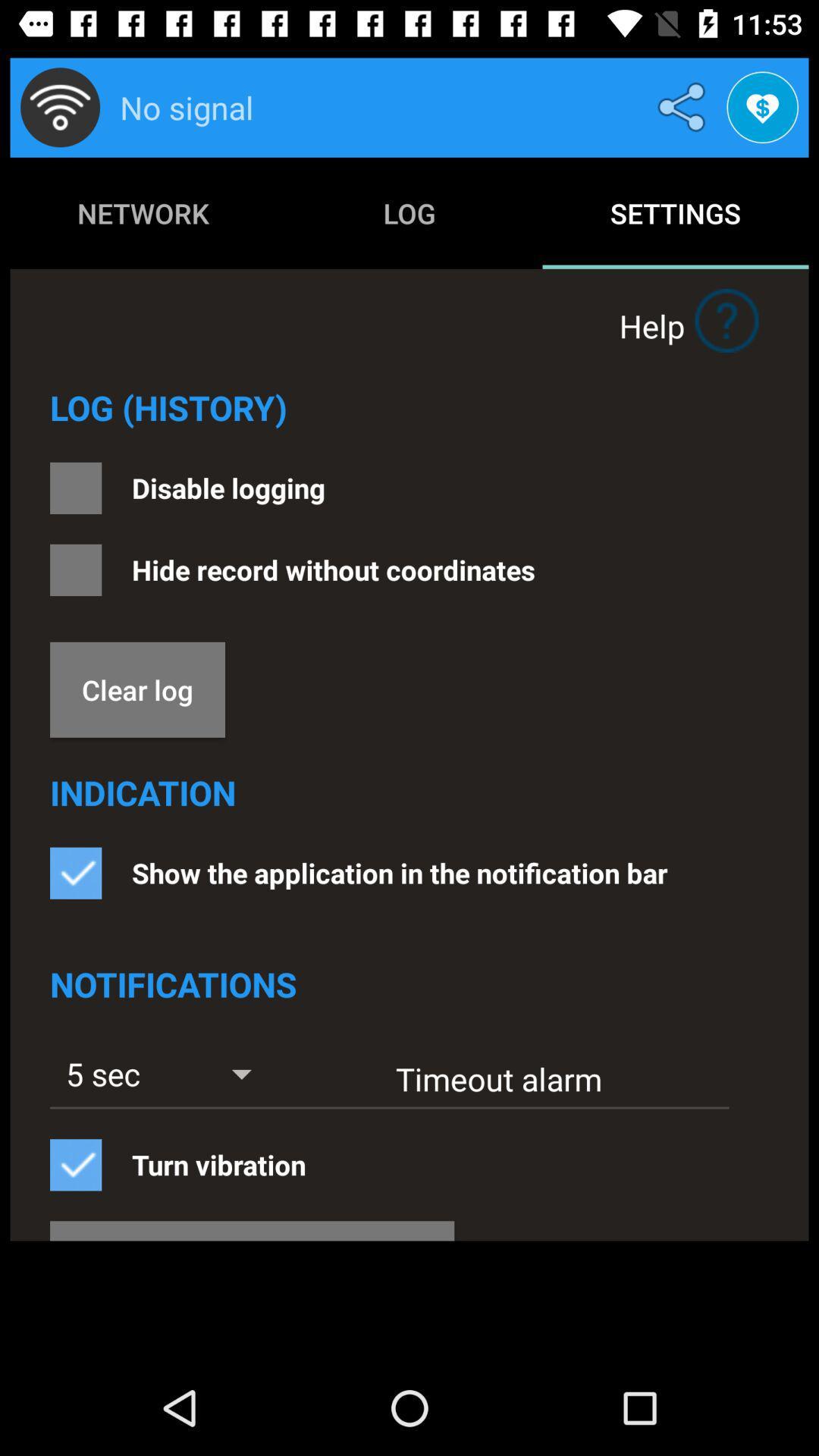  Describe the element at coordinates (762, 106) in the screenshot. I see `the favorite icon` at that location.